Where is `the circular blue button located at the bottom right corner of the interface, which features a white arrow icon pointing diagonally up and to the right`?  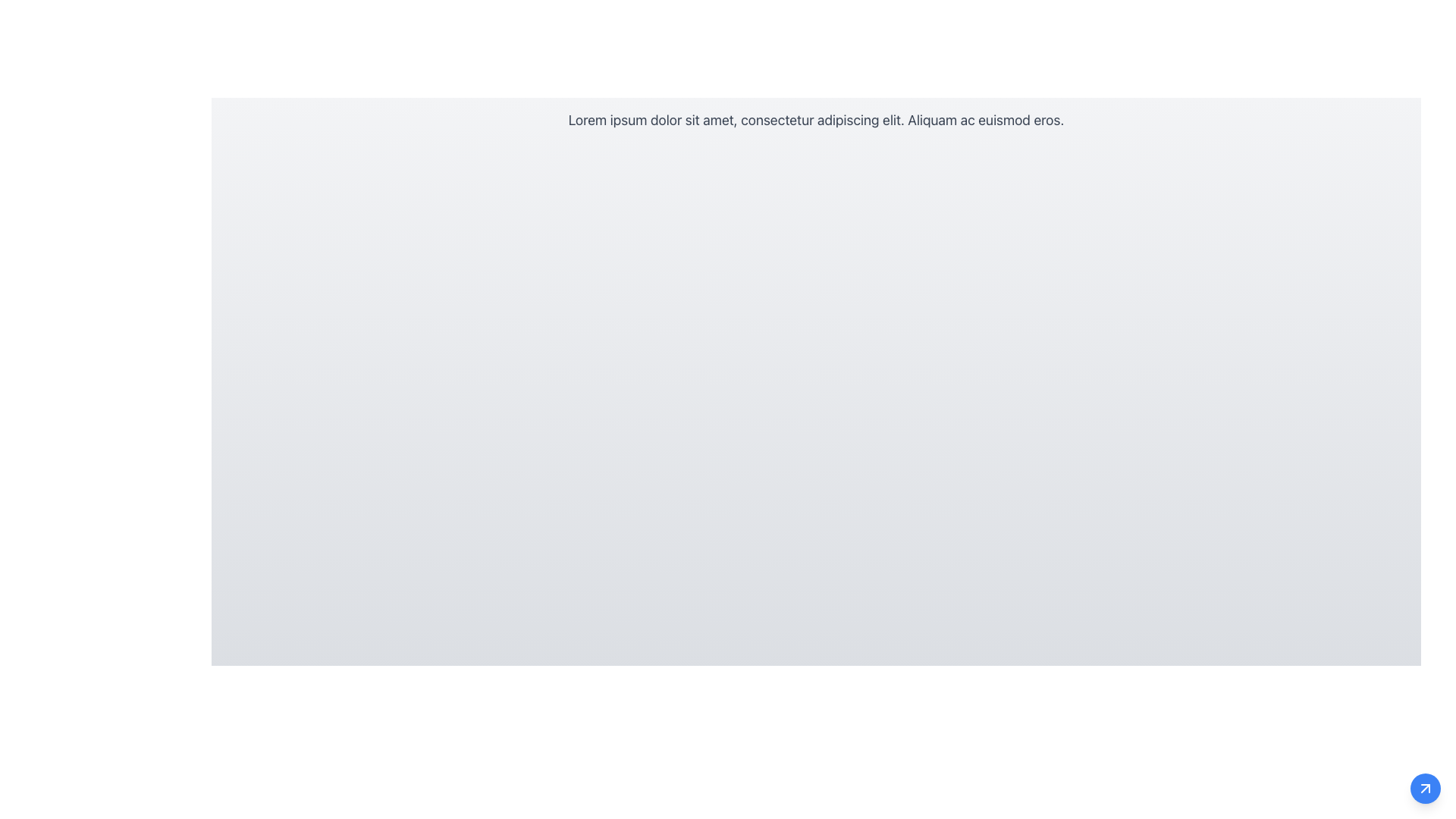
the circular blue button located at the bottom right corner of the interface, which features a white arrow icon pointing diagonally up and to the right is located at coordinates (1425, 788).